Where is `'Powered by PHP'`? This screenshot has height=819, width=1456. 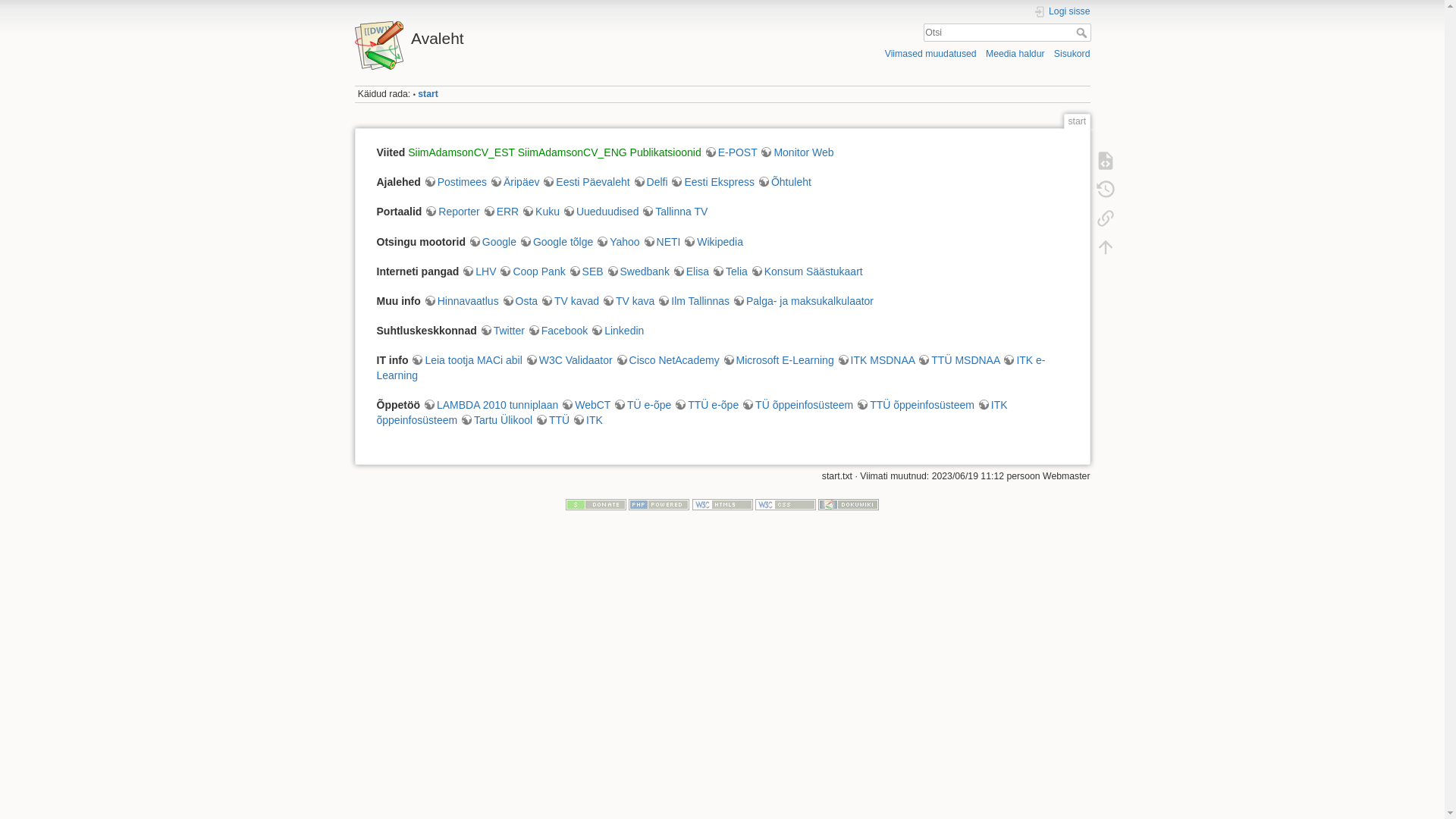 'Powered by PHP' is located at coordinates (658, 504).